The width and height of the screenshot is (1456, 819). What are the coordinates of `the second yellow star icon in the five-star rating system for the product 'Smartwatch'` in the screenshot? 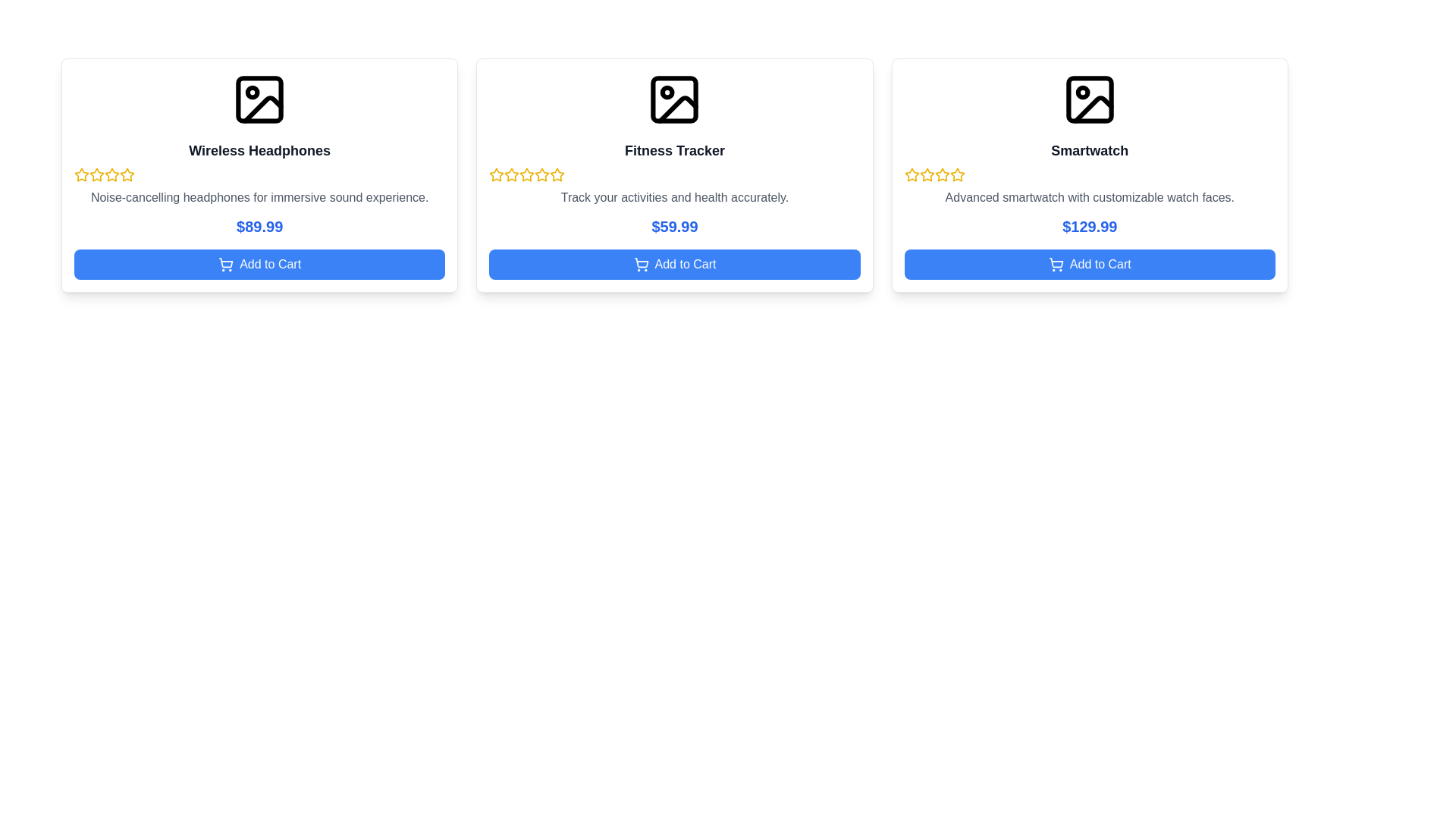 It's located at (911, 174).